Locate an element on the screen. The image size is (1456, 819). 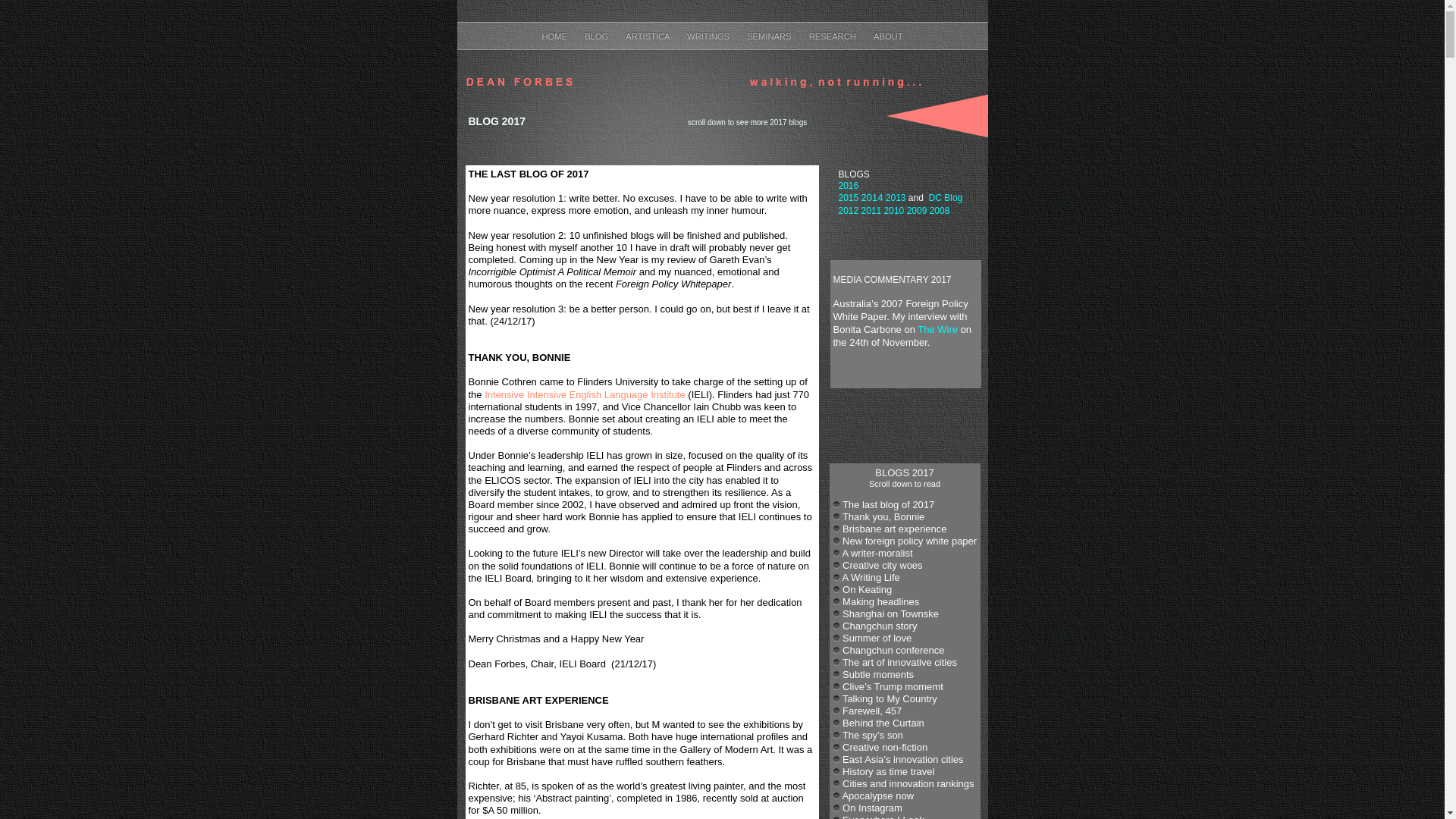
'2009' is located at coordinates (906, 210).